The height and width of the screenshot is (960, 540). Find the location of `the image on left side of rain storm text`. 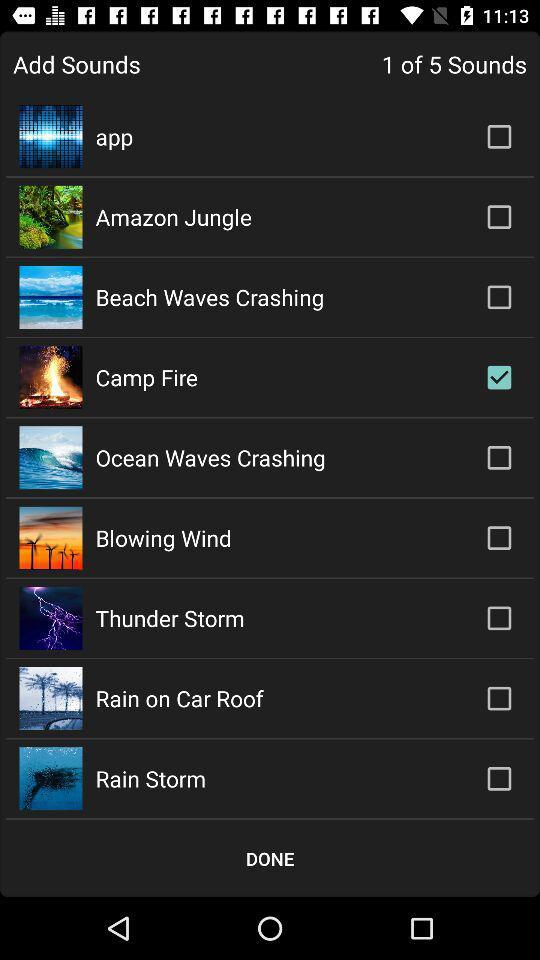

the image on left side of rain storm text is located at coordinates (51, 777).